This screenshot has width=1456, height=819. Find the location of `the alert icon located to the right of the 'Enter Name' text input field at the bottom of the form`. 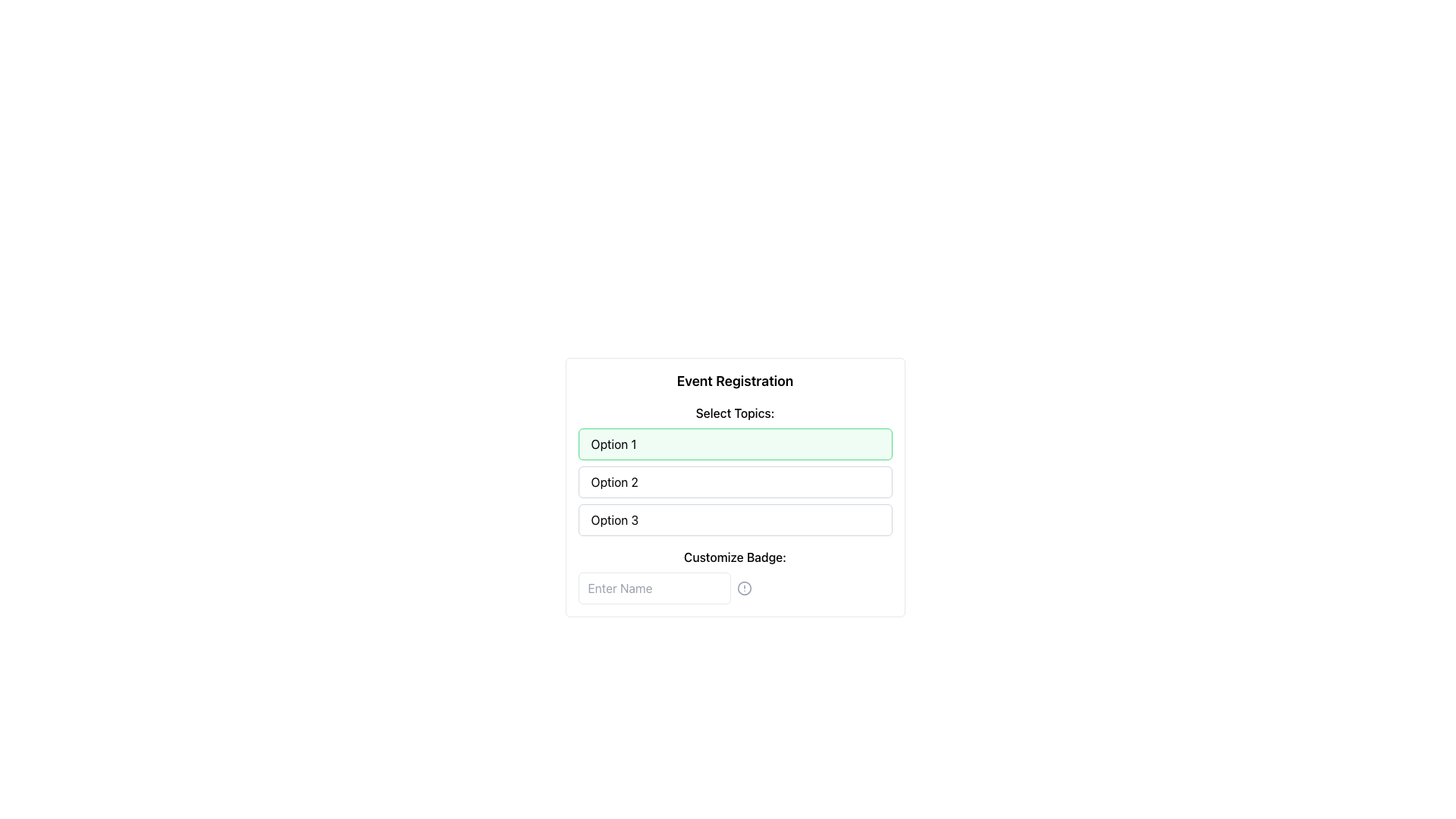

the alert icon located to the right of the 'Enter Name' text input field at the bottom of the form is located at coordinates (744, 587).